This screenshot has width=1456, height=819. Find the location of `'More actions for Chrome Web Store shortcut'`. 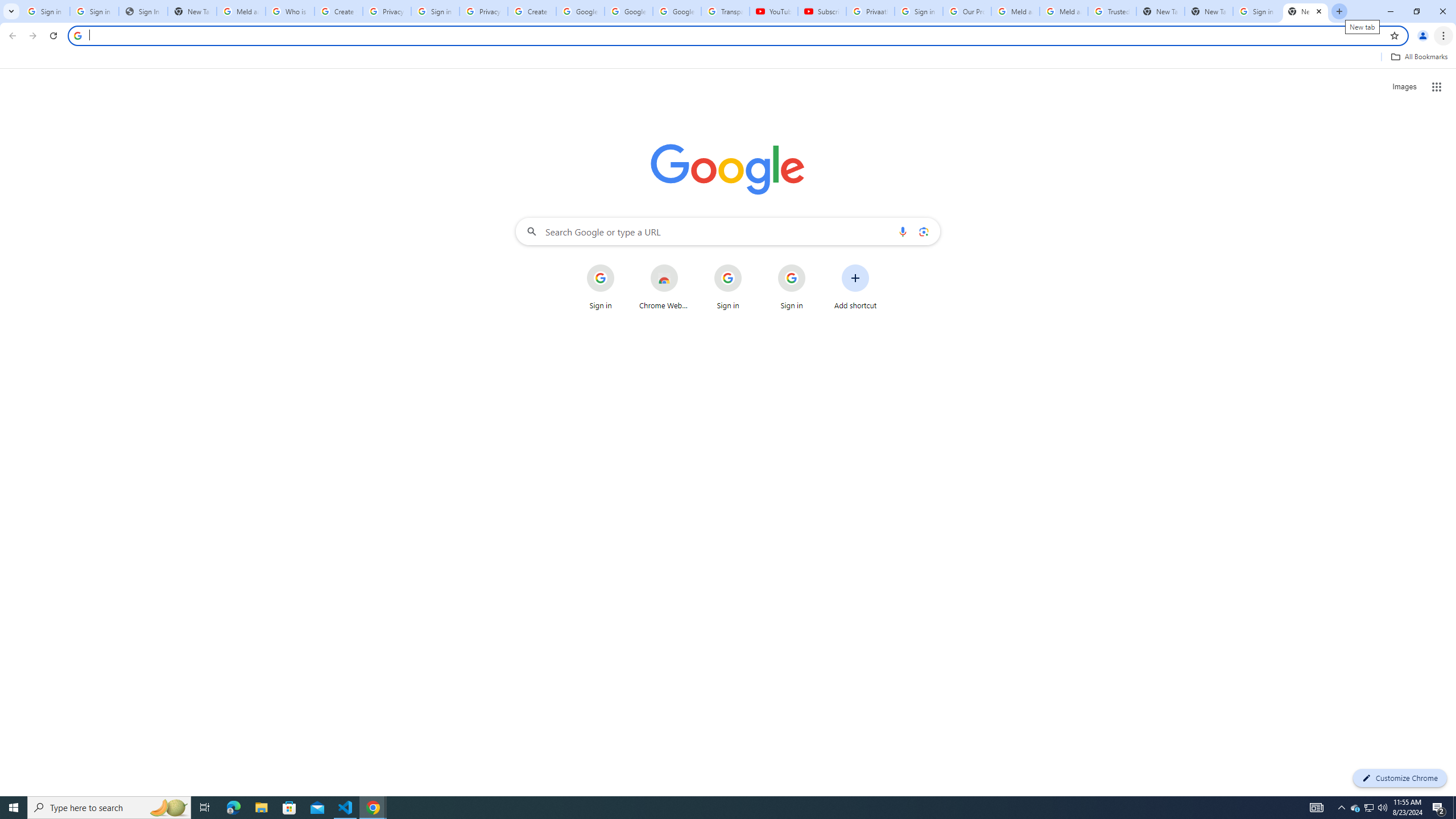

'More actions for Chrome Web Store shortcut' is located at coordinates (686, 266).